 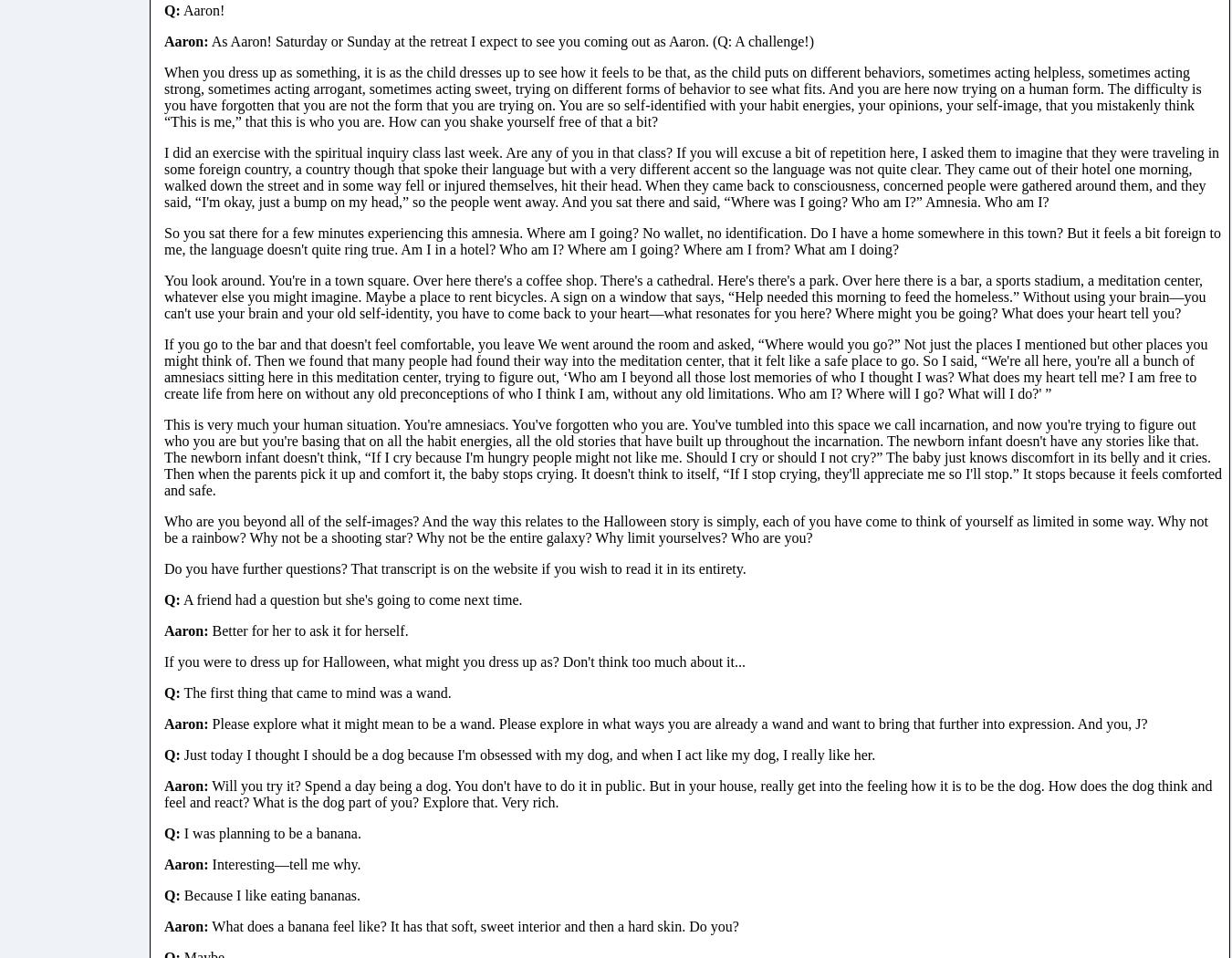 I want to click on 'This is very much your human situation. You're amnesiacs. You've forgotten who you are. You've tumbled into this space we call incarnation, and now you're trying to figure out who you are but you're basing that on all the habit energies, all the old stories that have built up throughout the incarnation. The newborn infant doesn't have any stories like that. The newborn infant doesn't think, “If I cry because I'm hungry people might not like me. Should I cry or should I not cry?” The baby just knows discomfort in its belly and it cries. Then when the parents pick it up and comfort it, the baby stops crying. It doesn't think to itself, “If I stop crying, they'll appreciate me so I'll stop.” It stops because it feels comforted and safe.', so click(x=163, y=455).